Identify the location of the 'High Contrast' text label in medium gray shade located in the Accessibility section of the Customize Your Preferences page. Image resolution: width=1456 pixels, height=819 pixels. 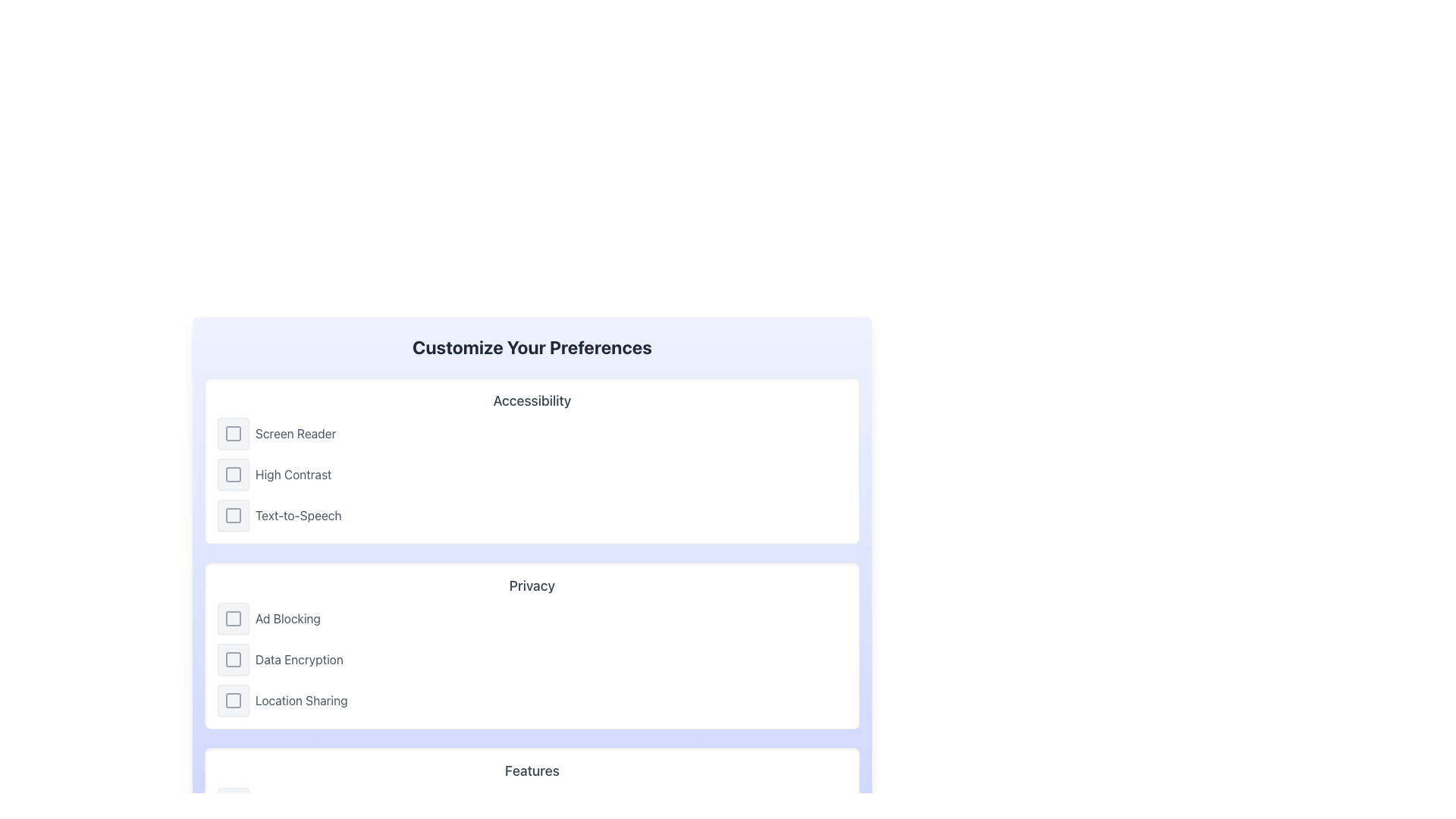
(293, 473).